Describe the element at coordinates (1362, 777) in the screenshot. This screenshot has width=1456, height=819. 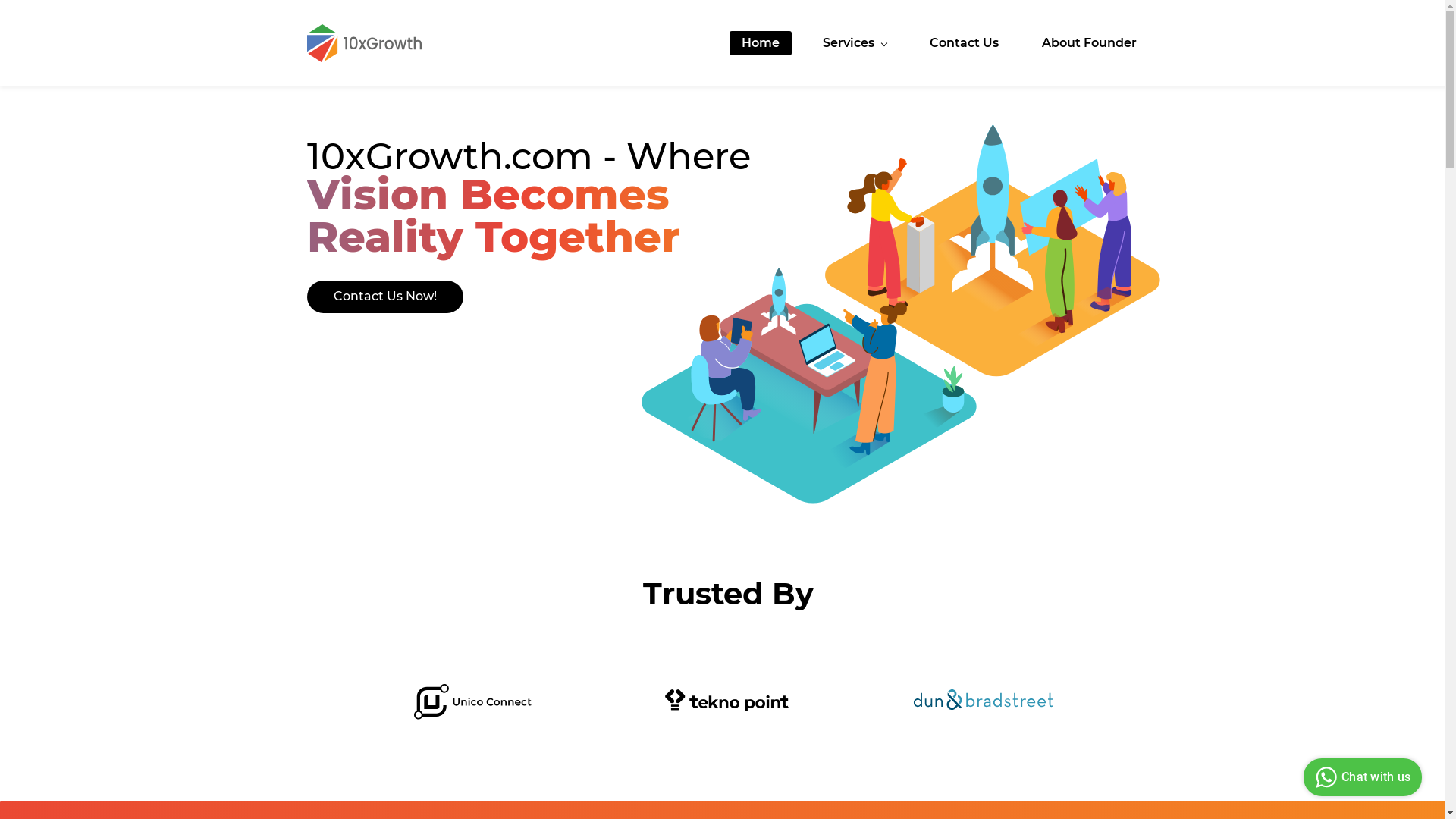
I see `'Chat with us'` at that location.